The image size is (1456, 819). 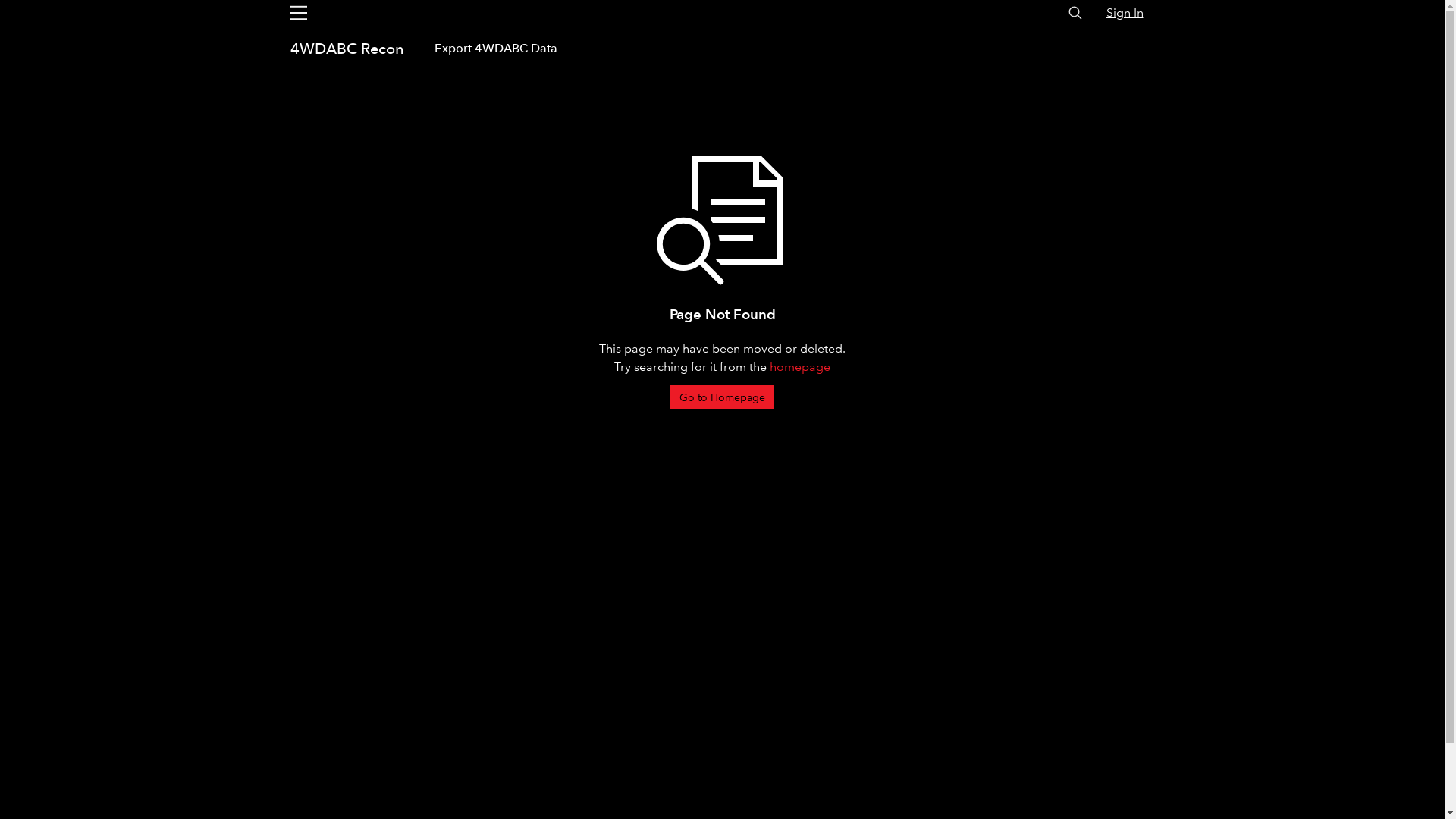 What do you see at coordinates (347, 48) in the screenshot?
I see `'4WDABC Recon'` at bounding box center [347, 48].